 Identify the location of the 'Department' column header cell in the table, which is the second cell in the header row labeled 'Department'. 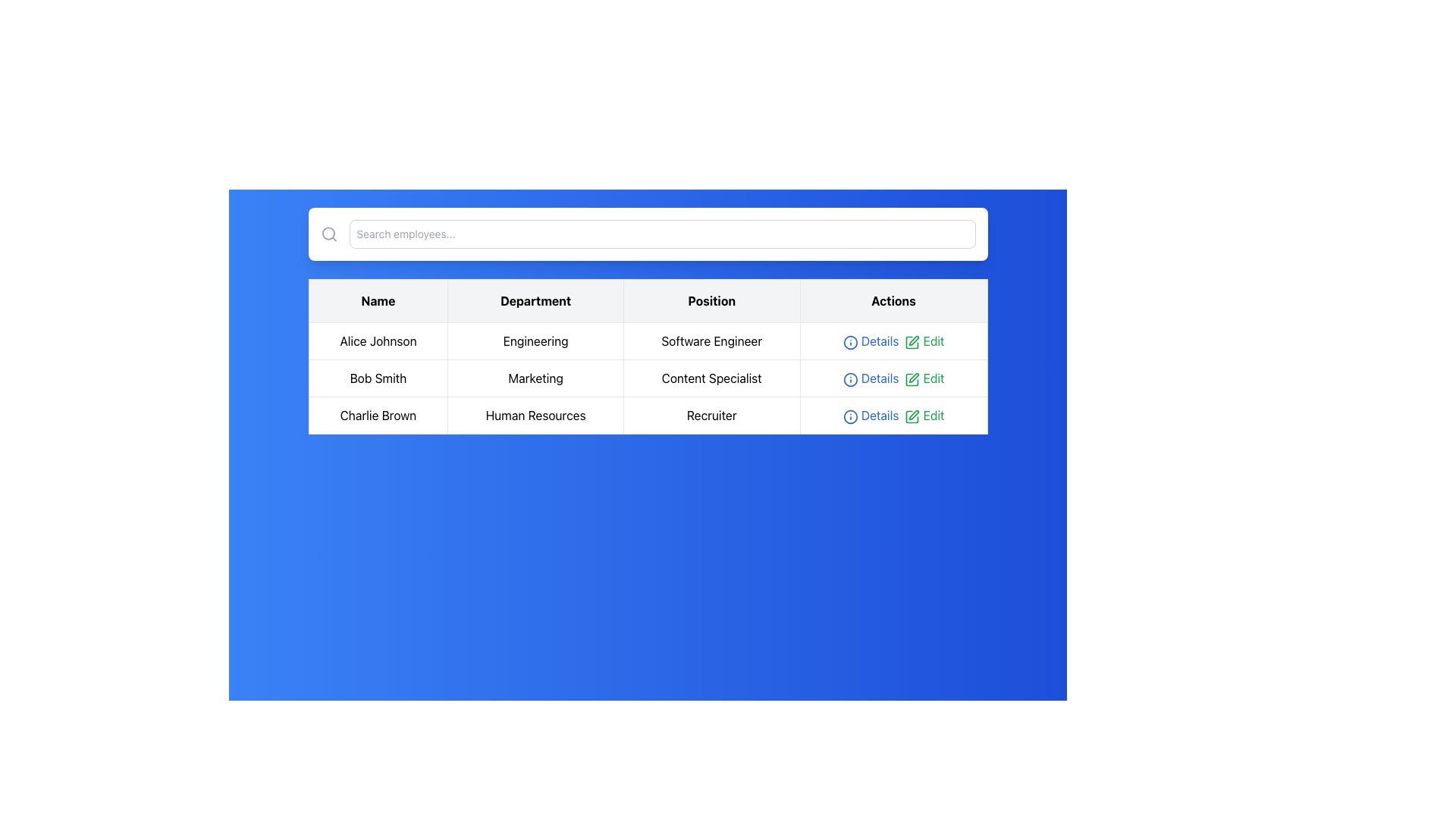
(535, 301).